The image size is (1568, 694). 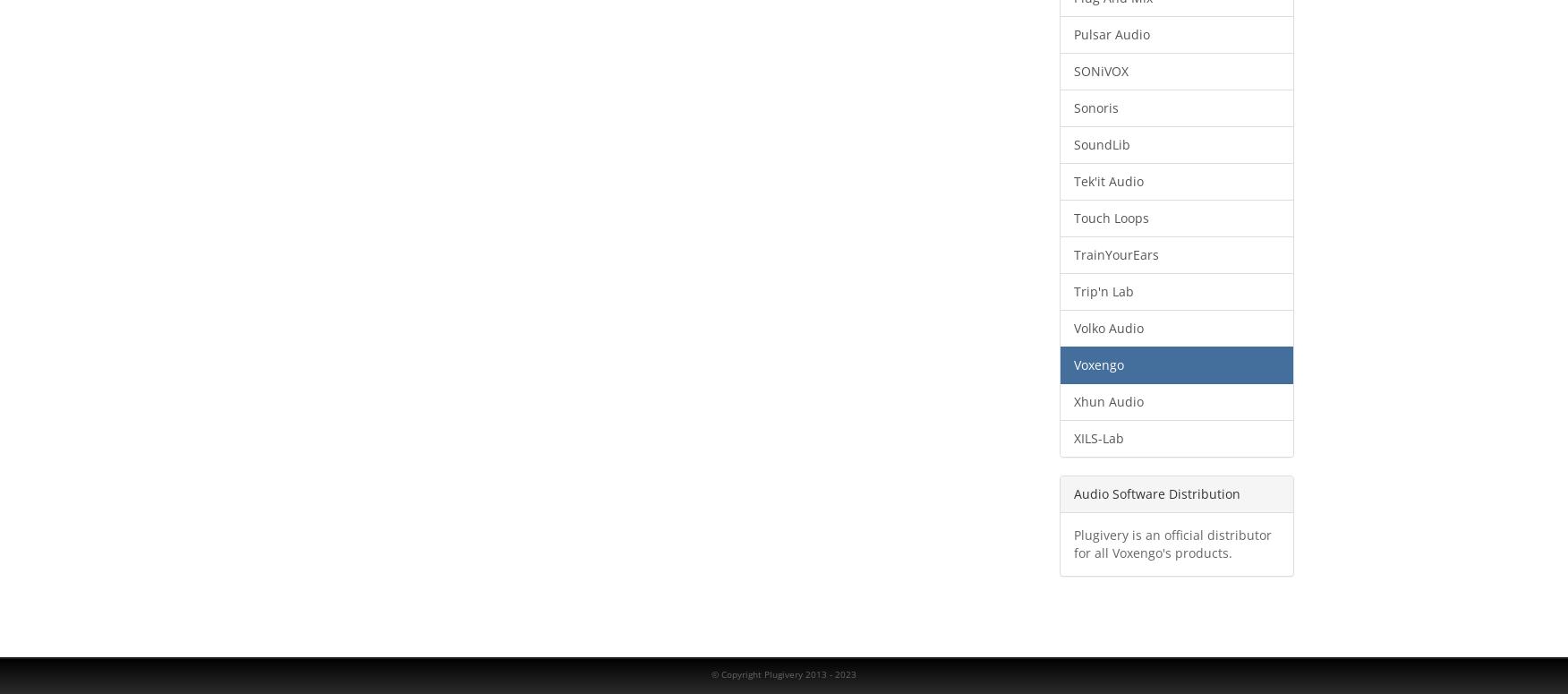 What do you see at coordinates (1097, 364) in the screenshot?
I see `'Voxengo'` at bounding box center [1097, 364].